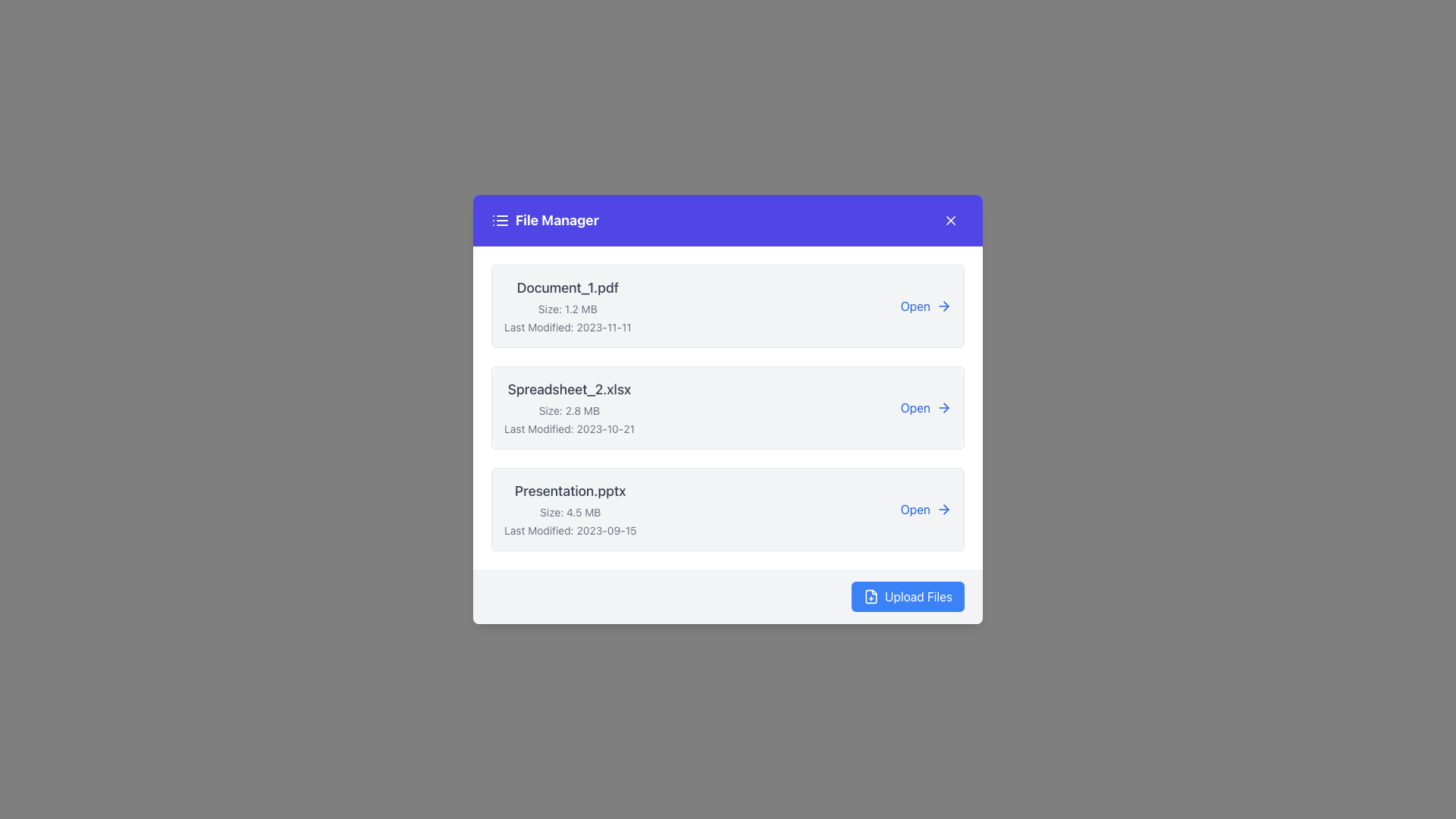 This screenshot has width=1456, height=819. What do you see at coordinates (943, 406) in the screenshot?
I see `the right-pointing arrow icon next to the 'Open' label in the file list interface` at bounding box center [943, 406].